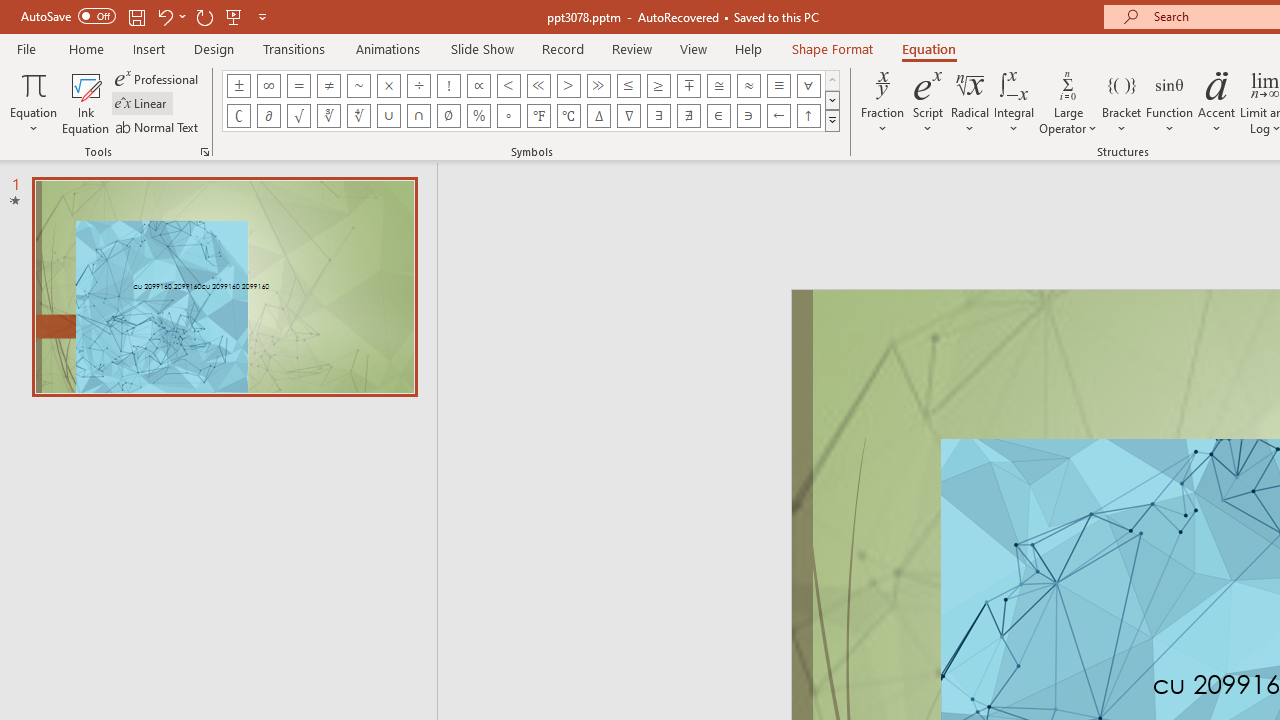  What do you see at coordinates (689, 115) in the screenshot?
I see `'Equation Symbol There Does Not Exist'` at bounding box center [689, 115].